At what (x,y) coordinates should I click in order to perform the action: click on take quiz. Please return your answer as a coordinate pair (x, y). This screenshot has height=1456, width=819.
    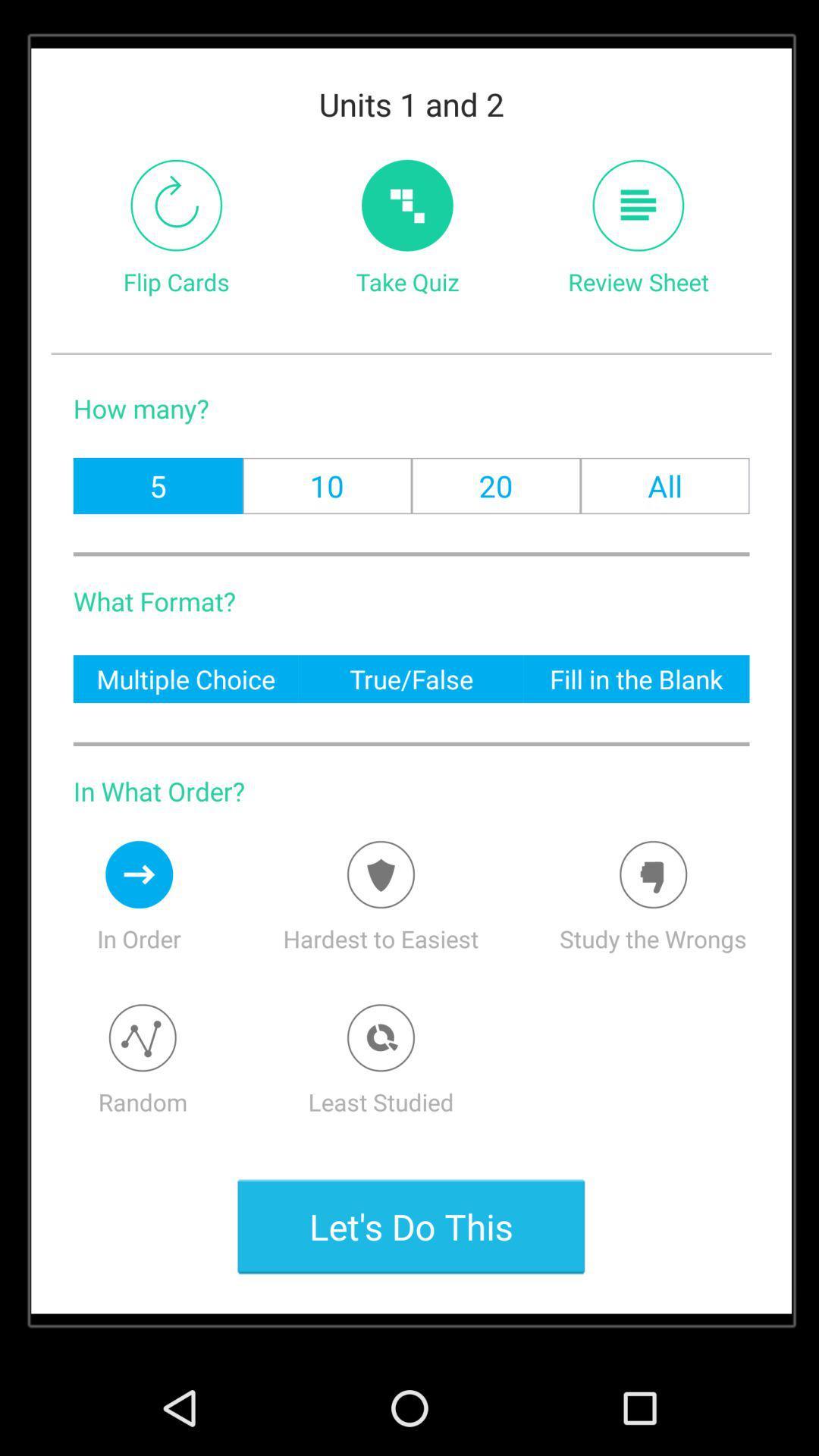
    Looking at the image, I should click on (406, 205).